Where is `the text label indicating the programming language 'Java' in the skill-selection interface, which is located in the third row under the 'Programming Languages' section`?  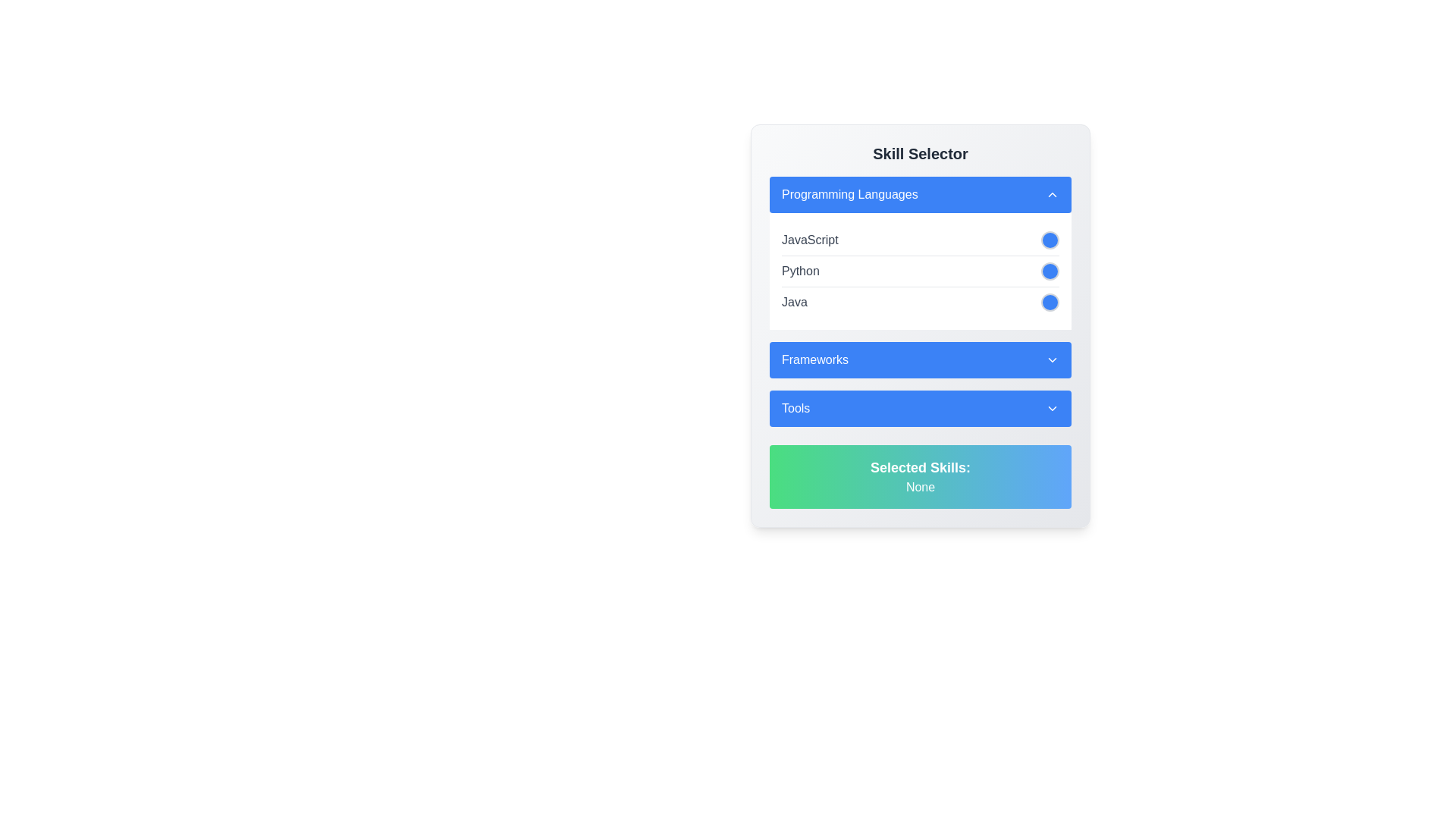 the text label indicating the programming language 'Java' in the skill-selection interface, which is located in the third row under the 'Programming Languages' section is located at coordinates (793, 302).